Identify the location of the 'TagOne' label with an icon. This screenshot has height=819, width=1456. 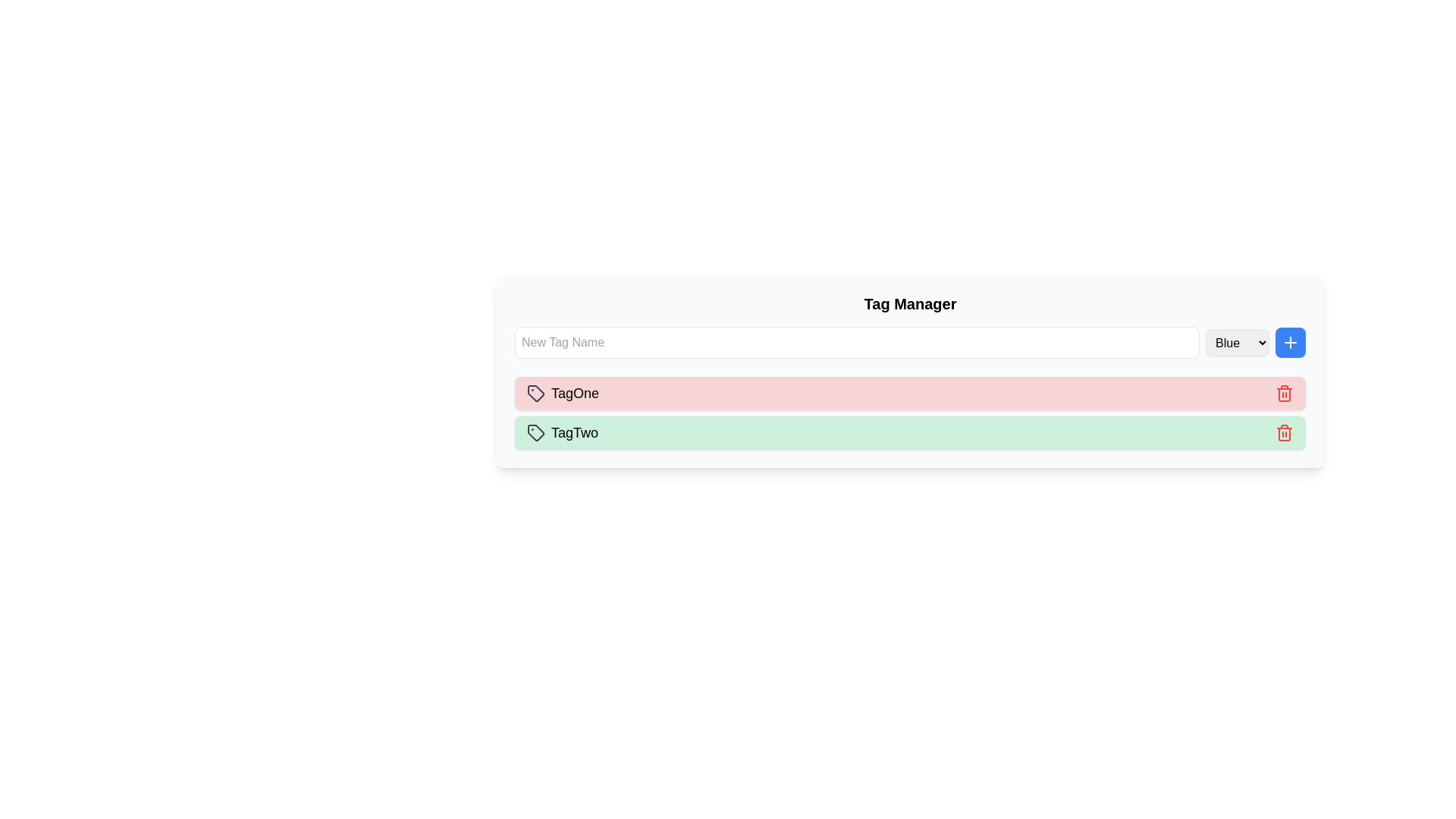
(562, 393).